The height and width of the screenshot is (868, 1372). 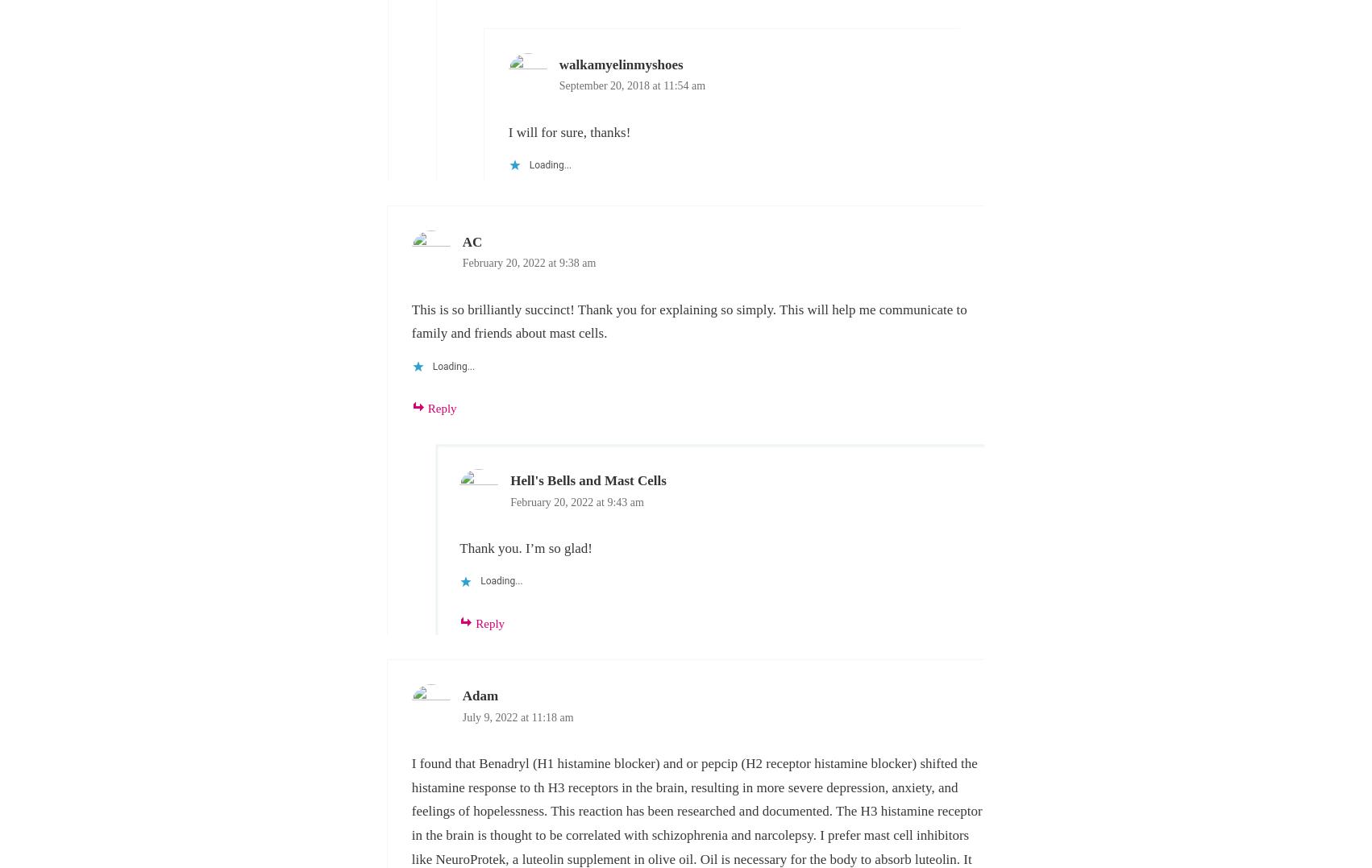 What do you see at coordinates (568, 131) in the screenshot?
I see `'I will for sure, thanks!'` at bounding box center [568, 131].